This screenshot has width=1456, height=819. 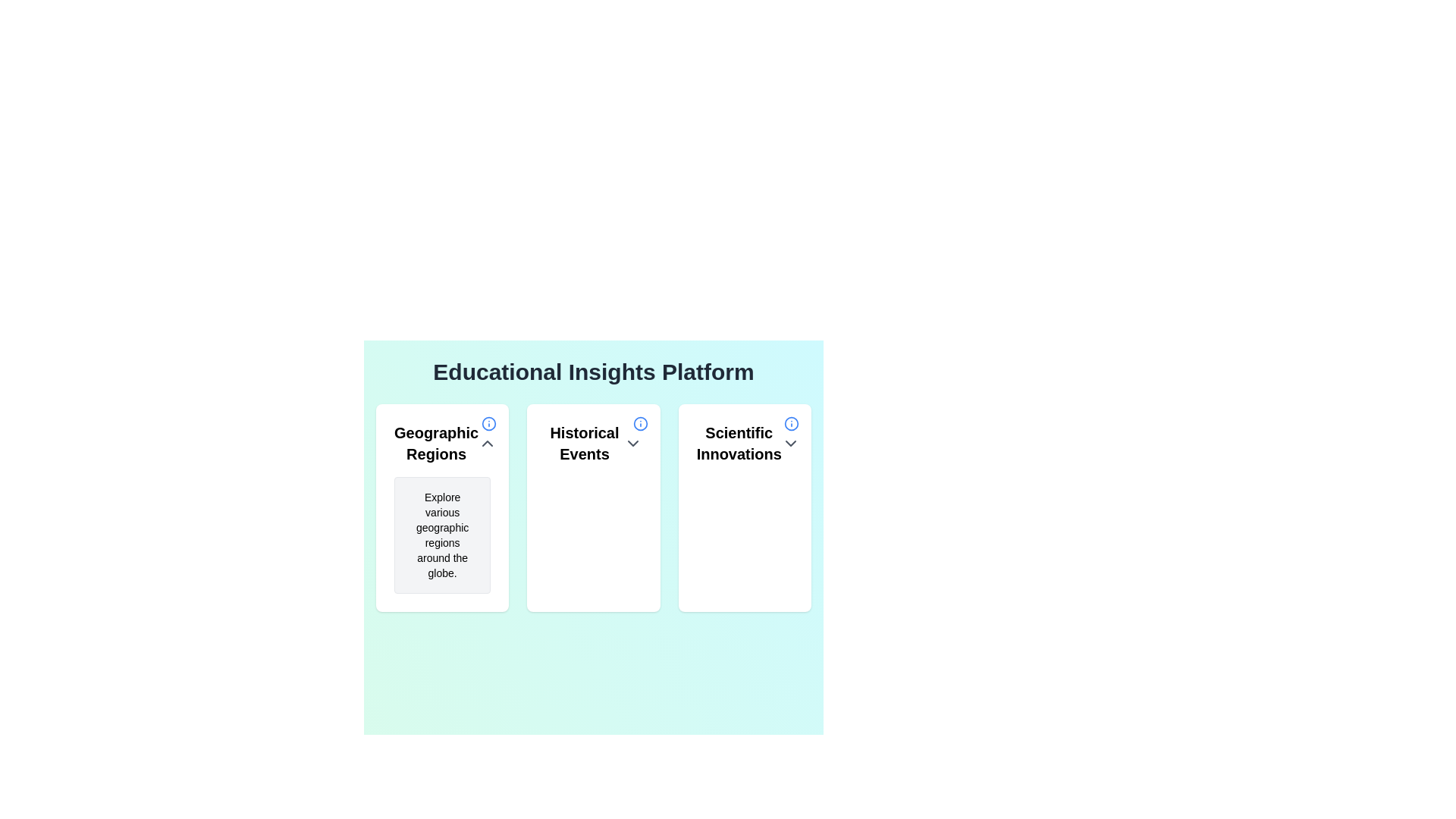 What do you see at coordinates (489, 424) in the screenshot?
I see `the circular boundary part of the icon located in the top-right corner of the first card titled 'Geographic Regions'` at bounding box center [489, 424].